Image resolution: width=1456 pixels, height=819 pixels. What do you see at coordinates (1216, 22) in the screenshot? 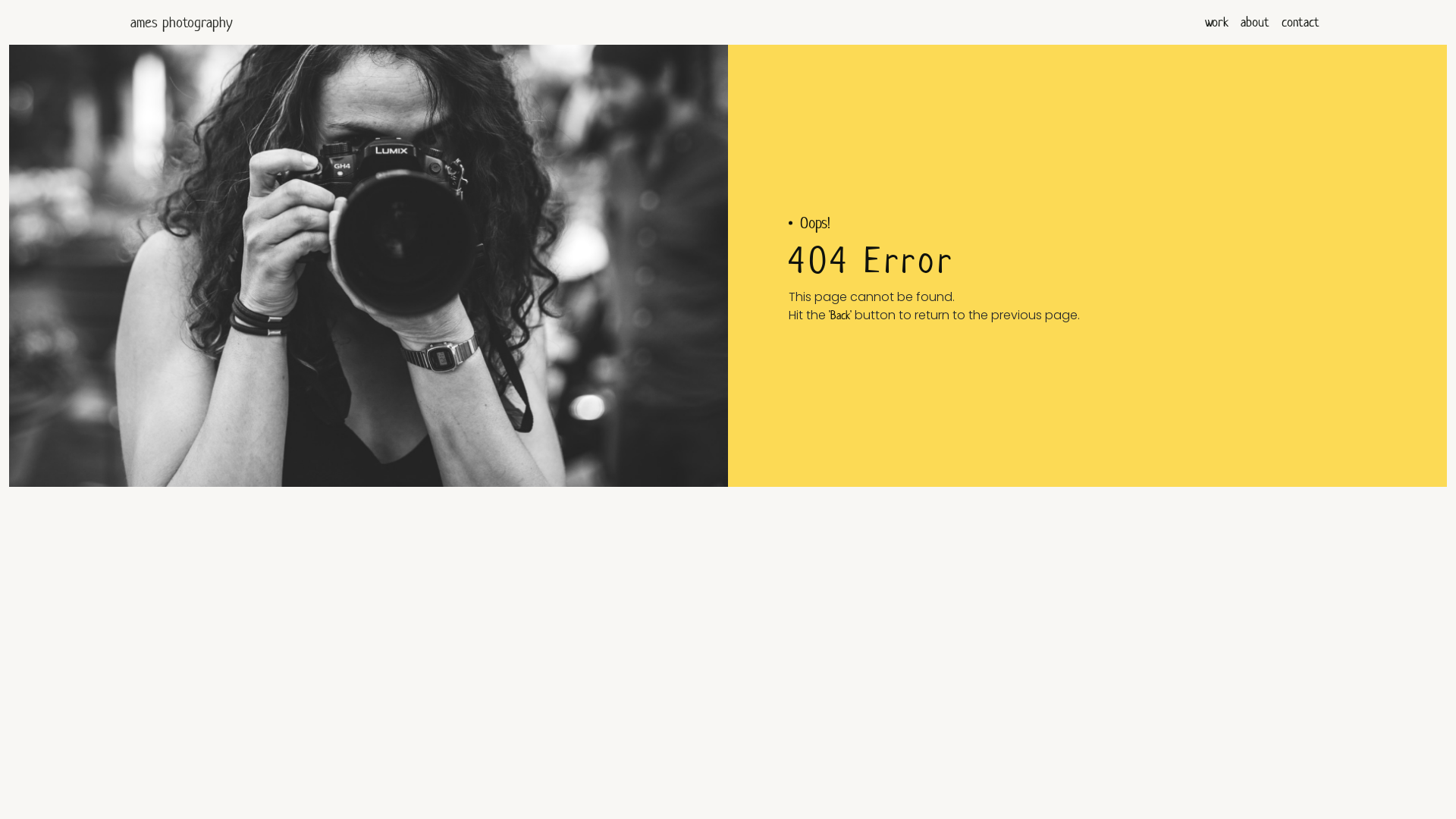
I see `'work'` at bounding box center [1216, 22].